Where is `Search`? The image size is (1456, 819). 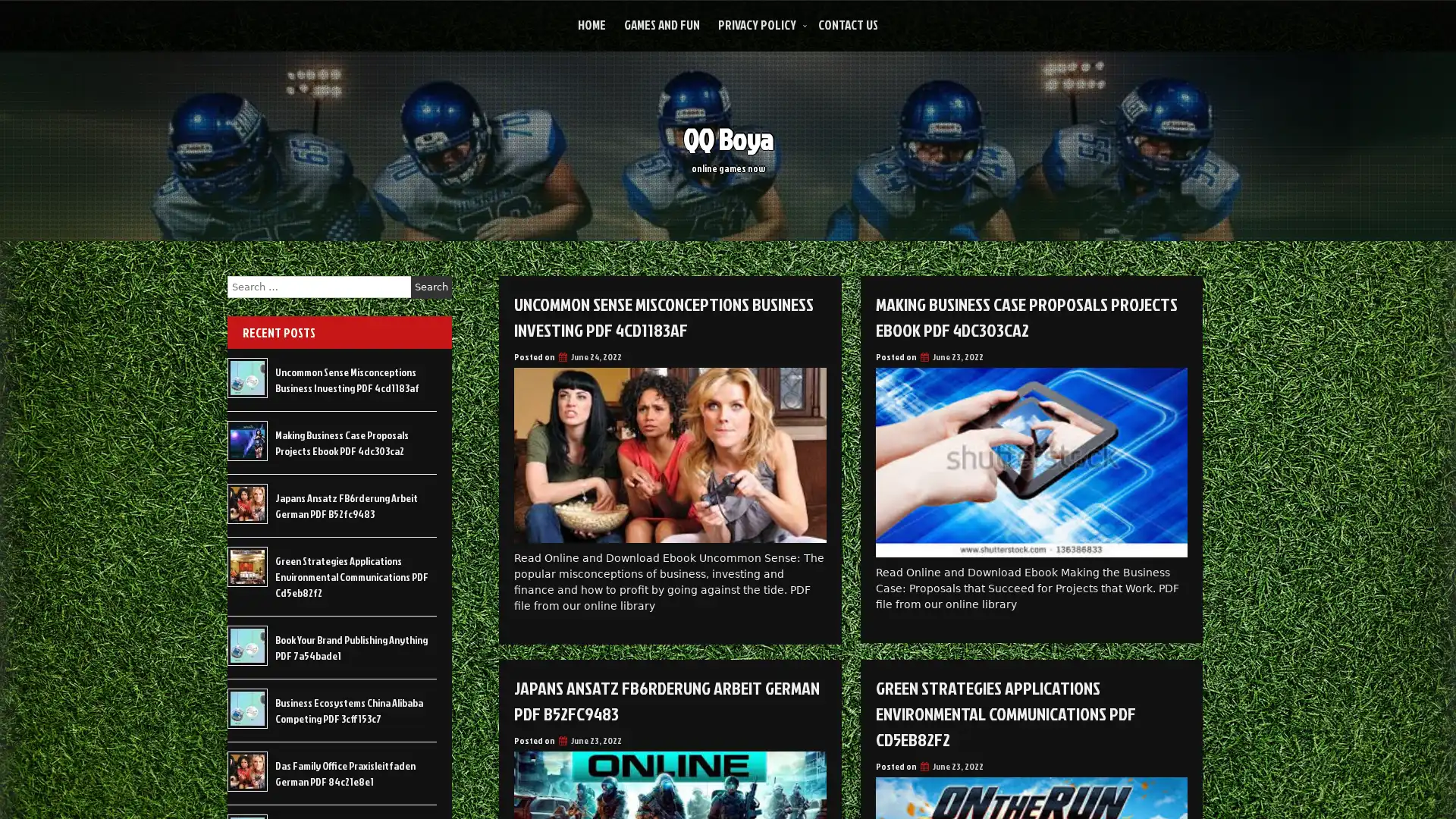
Search is located at coordinates (431, 287).